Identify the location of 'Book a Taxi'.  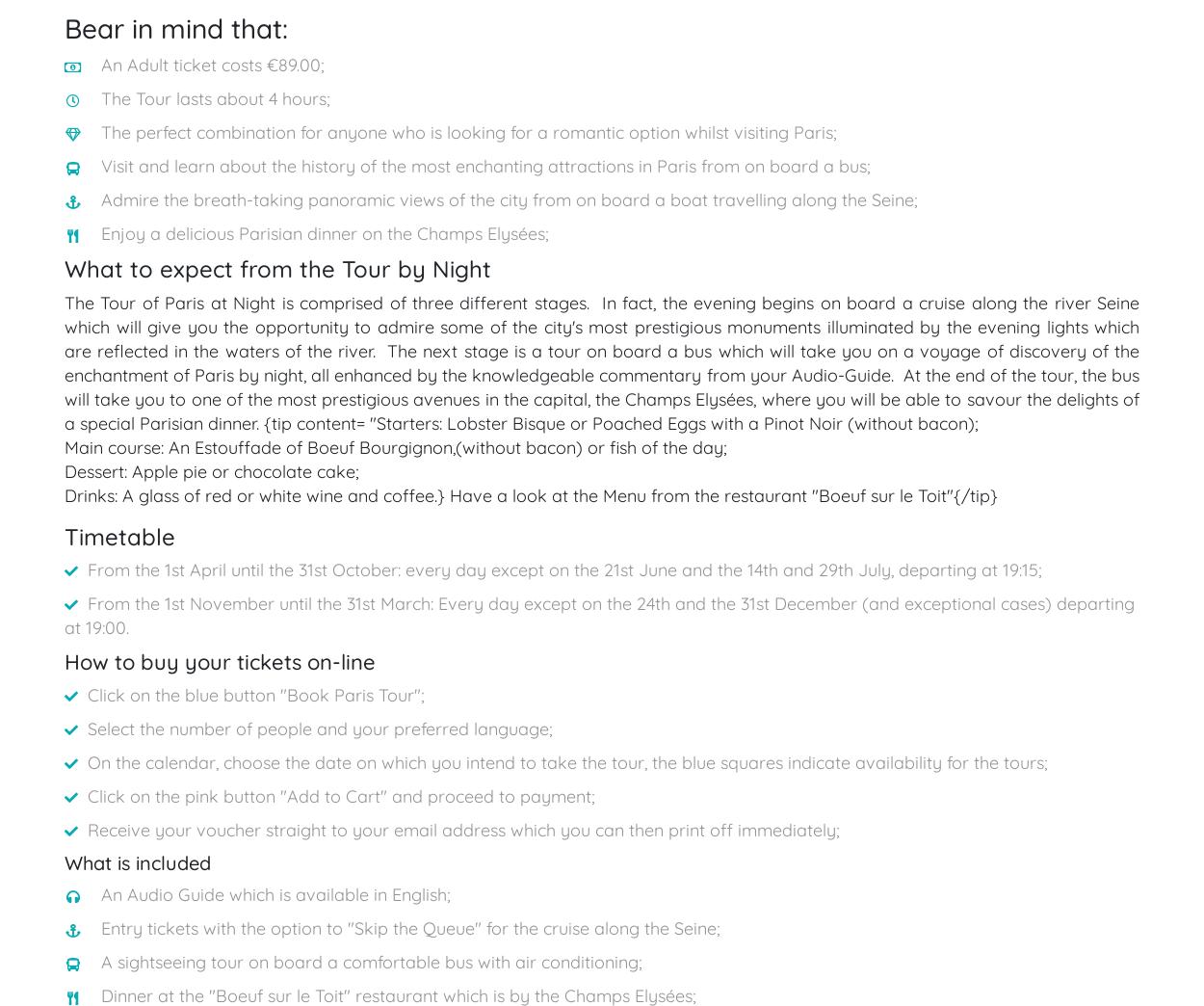
(385, 406).